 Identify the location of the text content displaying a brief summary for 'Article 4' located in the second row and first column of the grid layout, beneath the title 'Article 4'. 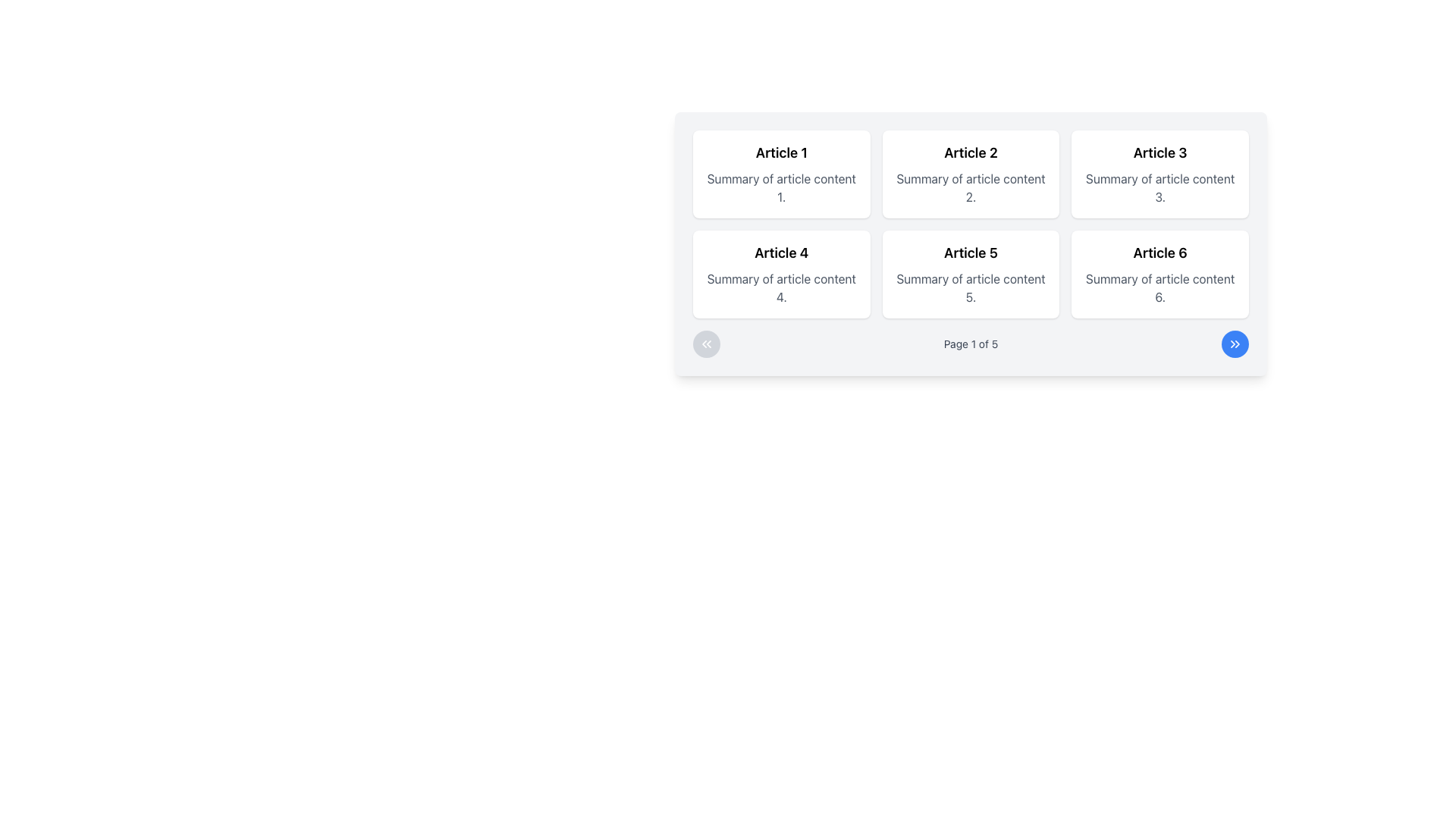
(781, 288).